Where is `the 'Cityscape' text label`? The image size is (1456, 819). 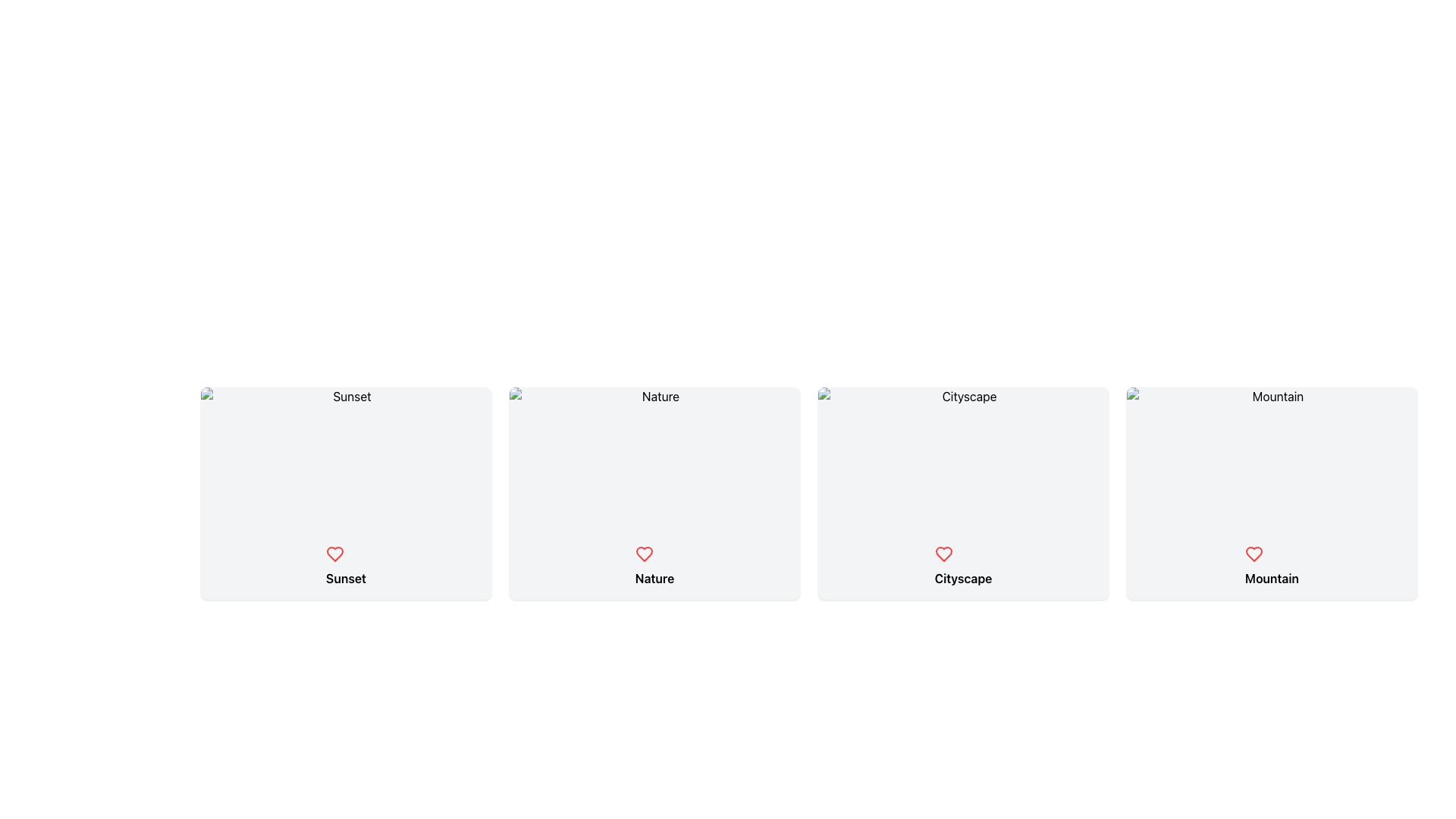 the 'Cityscape' text label is located at coordinates (962, 579).